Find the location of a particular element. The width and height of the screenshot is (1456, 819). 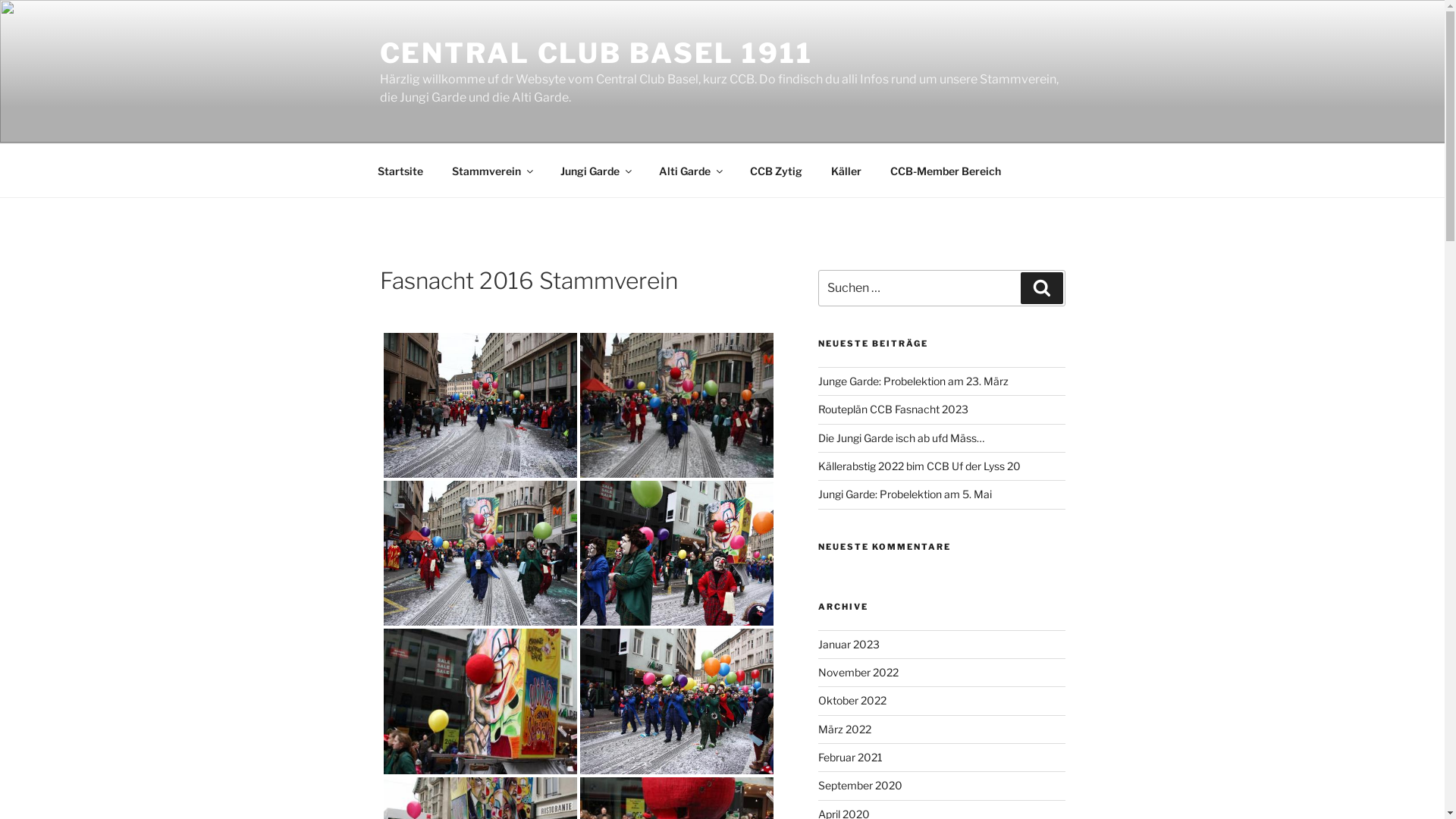

'Suchen' is located at coordinates (1040, 288).